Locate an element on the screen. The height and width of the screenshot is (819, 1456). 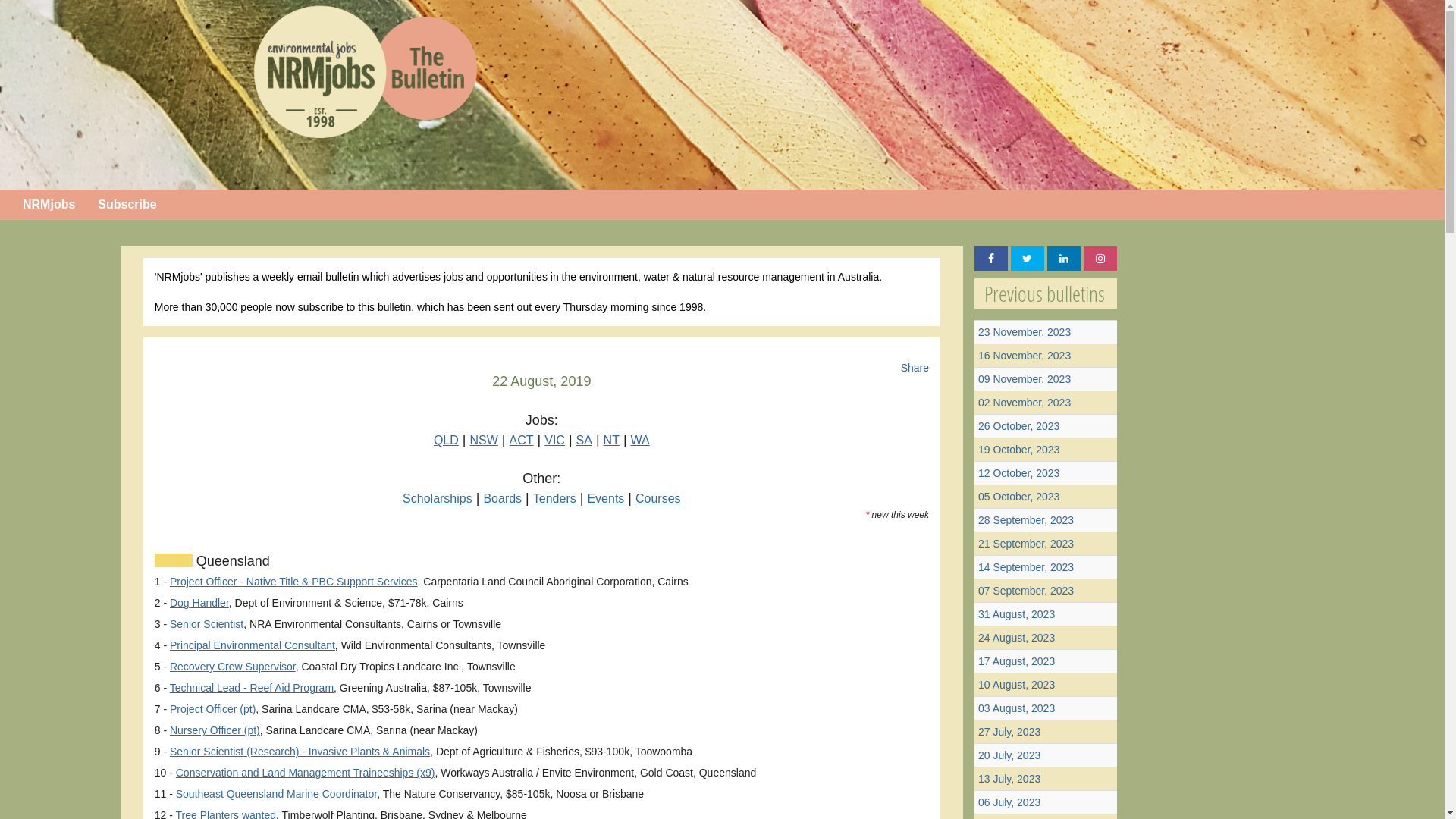
'Technical Lead - Reef Aid Program' is located at coordinates (251, 687).